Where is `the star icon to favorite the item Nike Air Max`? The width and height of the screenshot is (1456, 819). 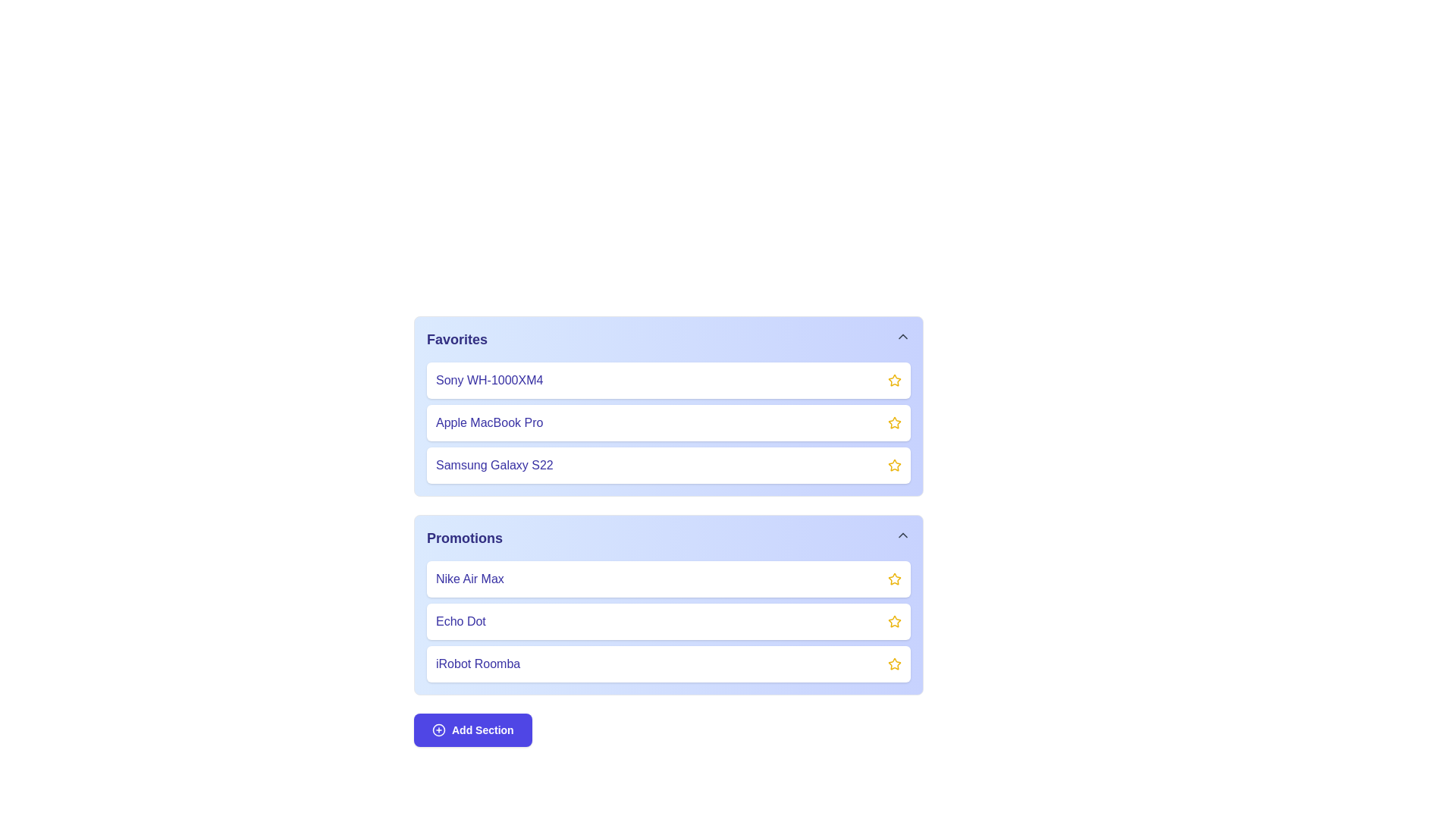 the star icon to favorite the item Nike Air Max is located at coordinates (895, 579).